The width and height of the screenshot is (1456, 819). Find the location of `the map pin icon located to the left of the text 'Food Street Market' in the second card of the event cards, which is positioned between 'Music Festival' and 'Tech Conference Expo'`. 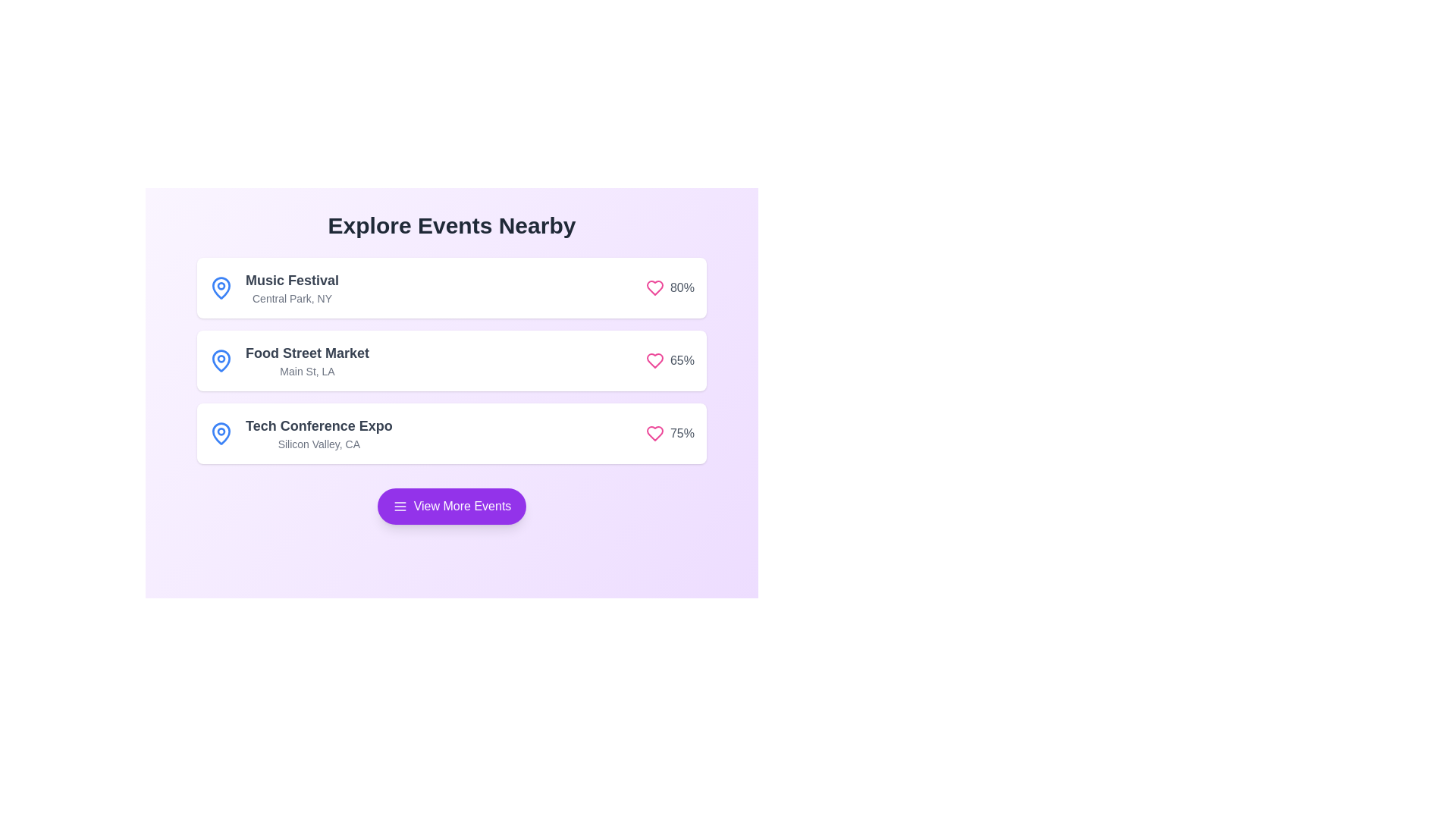

the map pin icon located to the left of the text 'Food Street Market' in the second card of the event cards, which is positioned between 'Music Festival' and 'Tech Conference Expo' is located at coordinates (221, 360).